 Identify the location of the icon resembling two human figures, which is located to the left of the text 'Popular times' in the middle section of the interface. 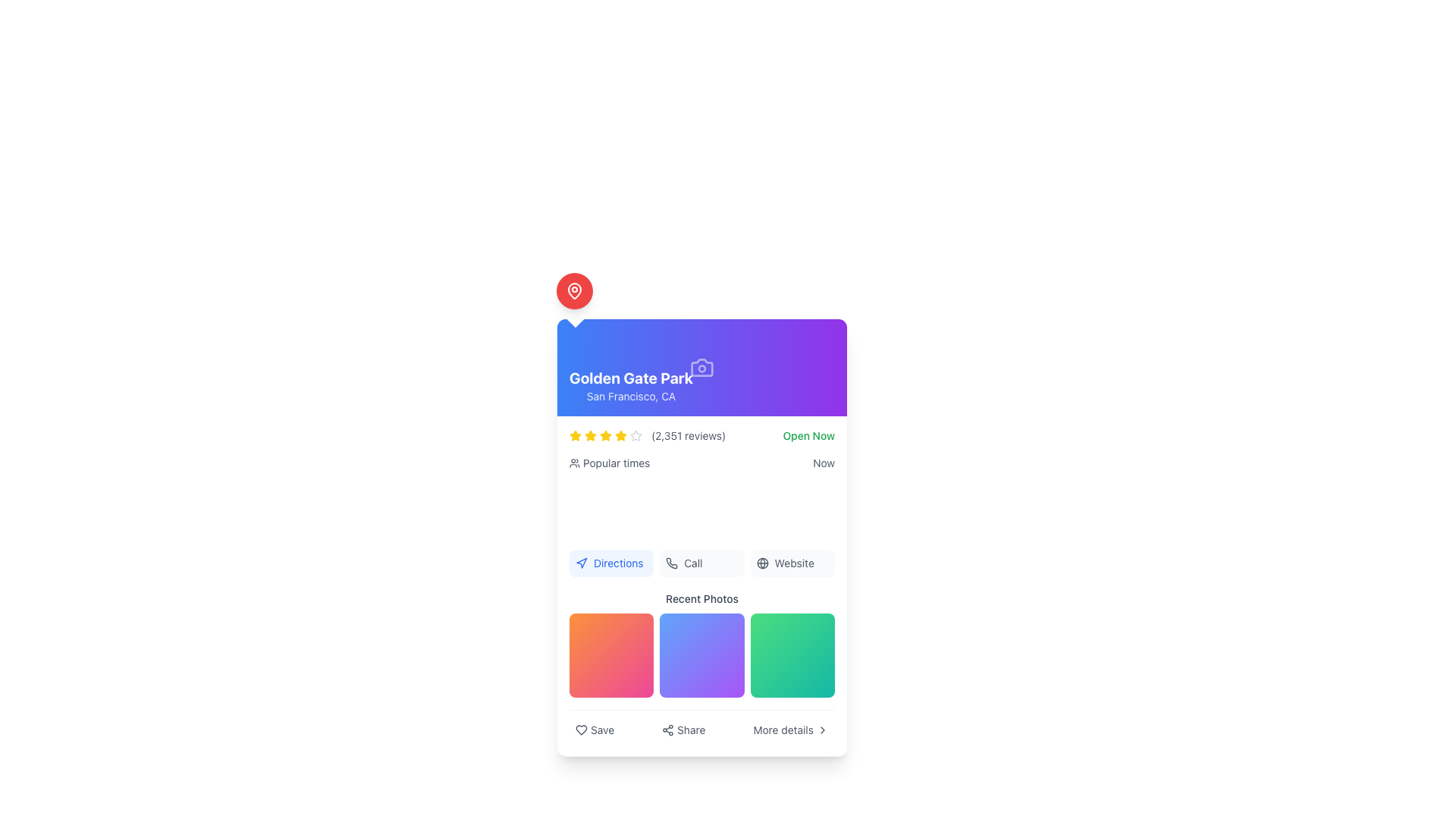
(574, 462).